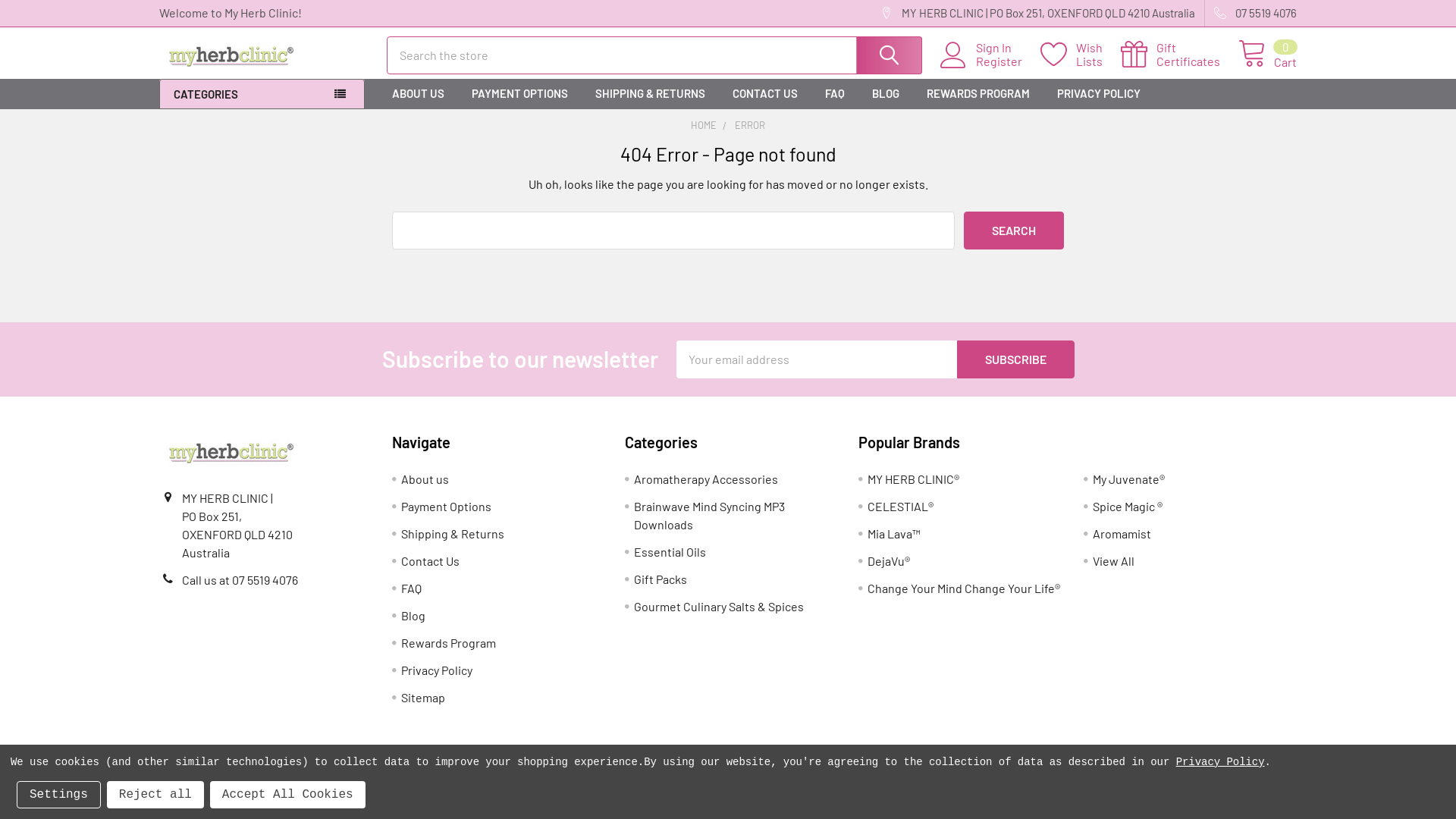 This screenshot has width=1456, height=819. I want to click on 'Blog', so click(413, 615).